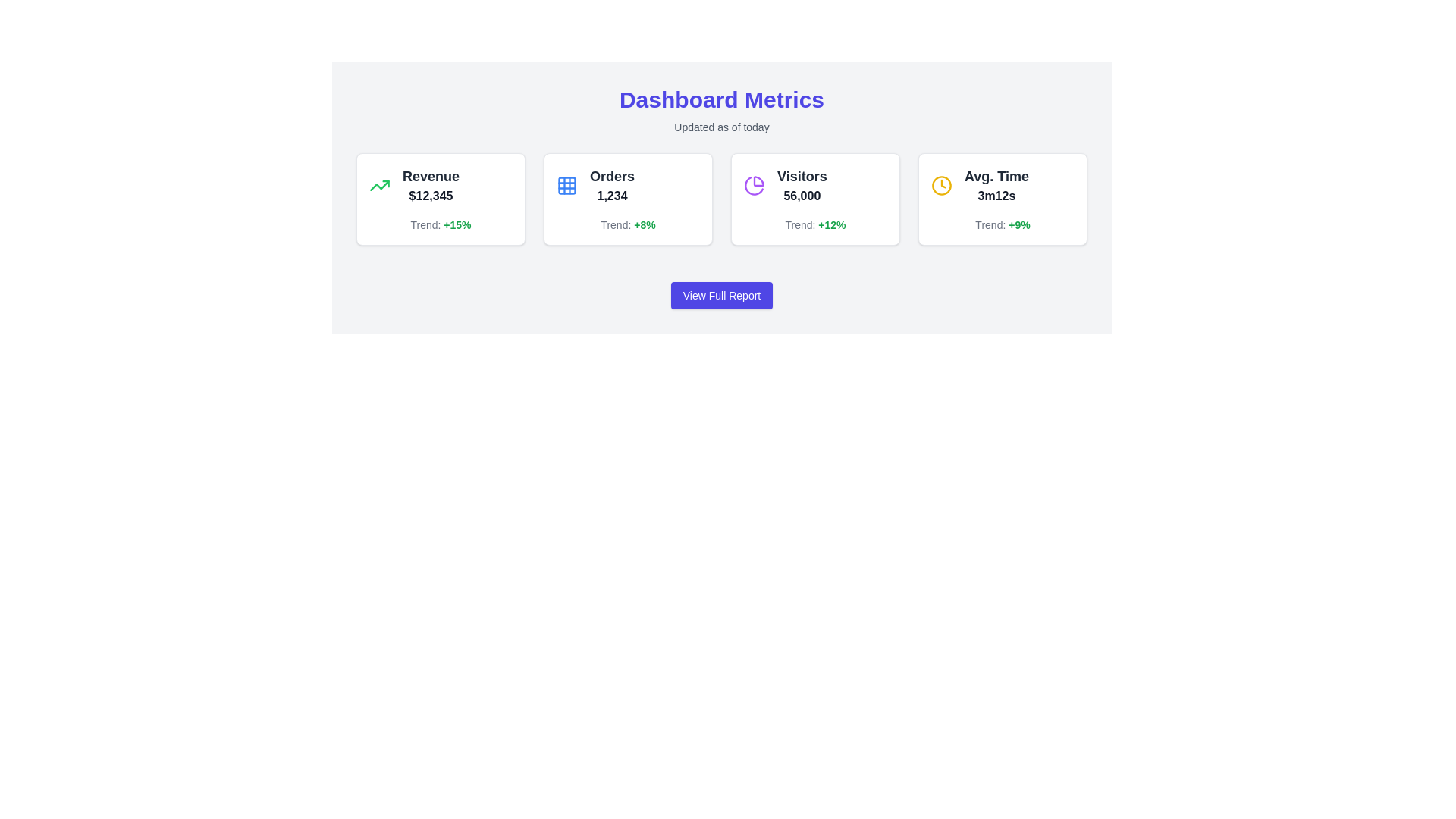  What do you see at coordinates (720, 295) in the screenshot?
I see `the rectangular button with a purple background and white text saying 'View Full Report' to trigger the hover effect, which is located below the statistics section` at bounding box center [720, 295].